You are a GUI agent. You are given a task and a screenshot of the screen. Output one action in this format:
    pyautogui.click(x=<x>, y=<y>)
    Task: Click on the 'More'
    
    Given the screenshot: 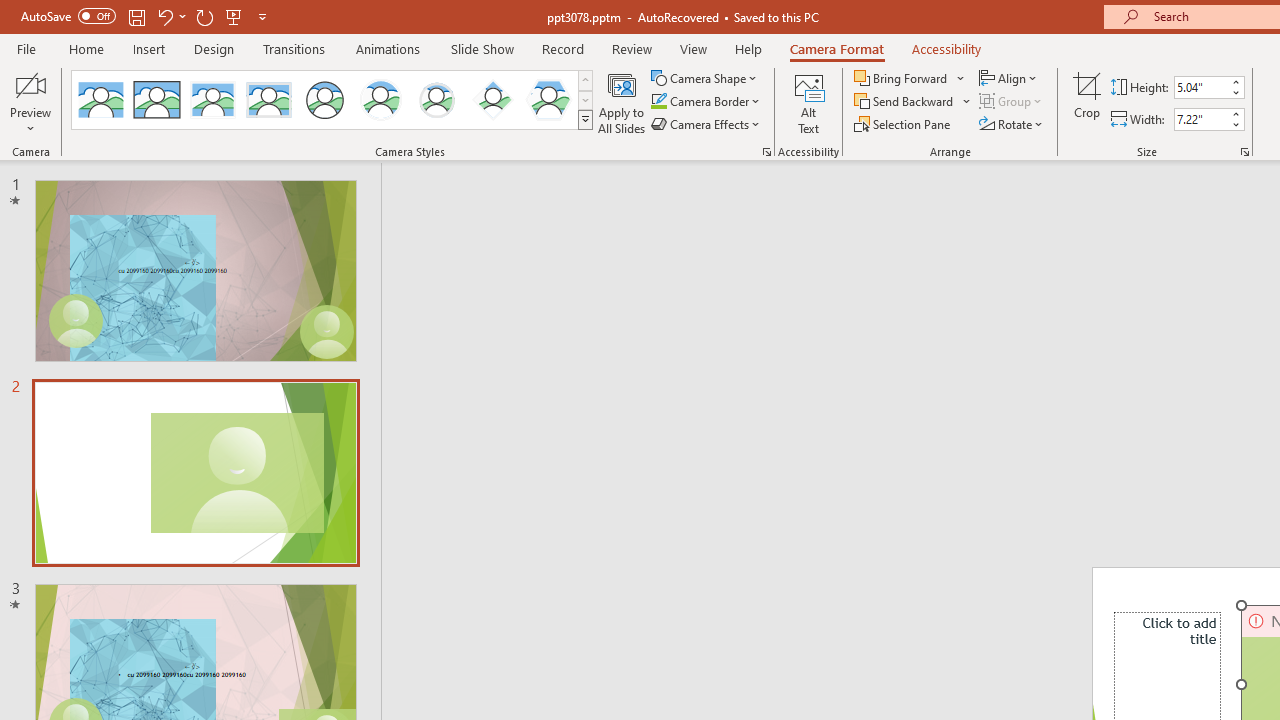 What is the action you would take?
    pyautogui.click(x=1234, y=113)
    